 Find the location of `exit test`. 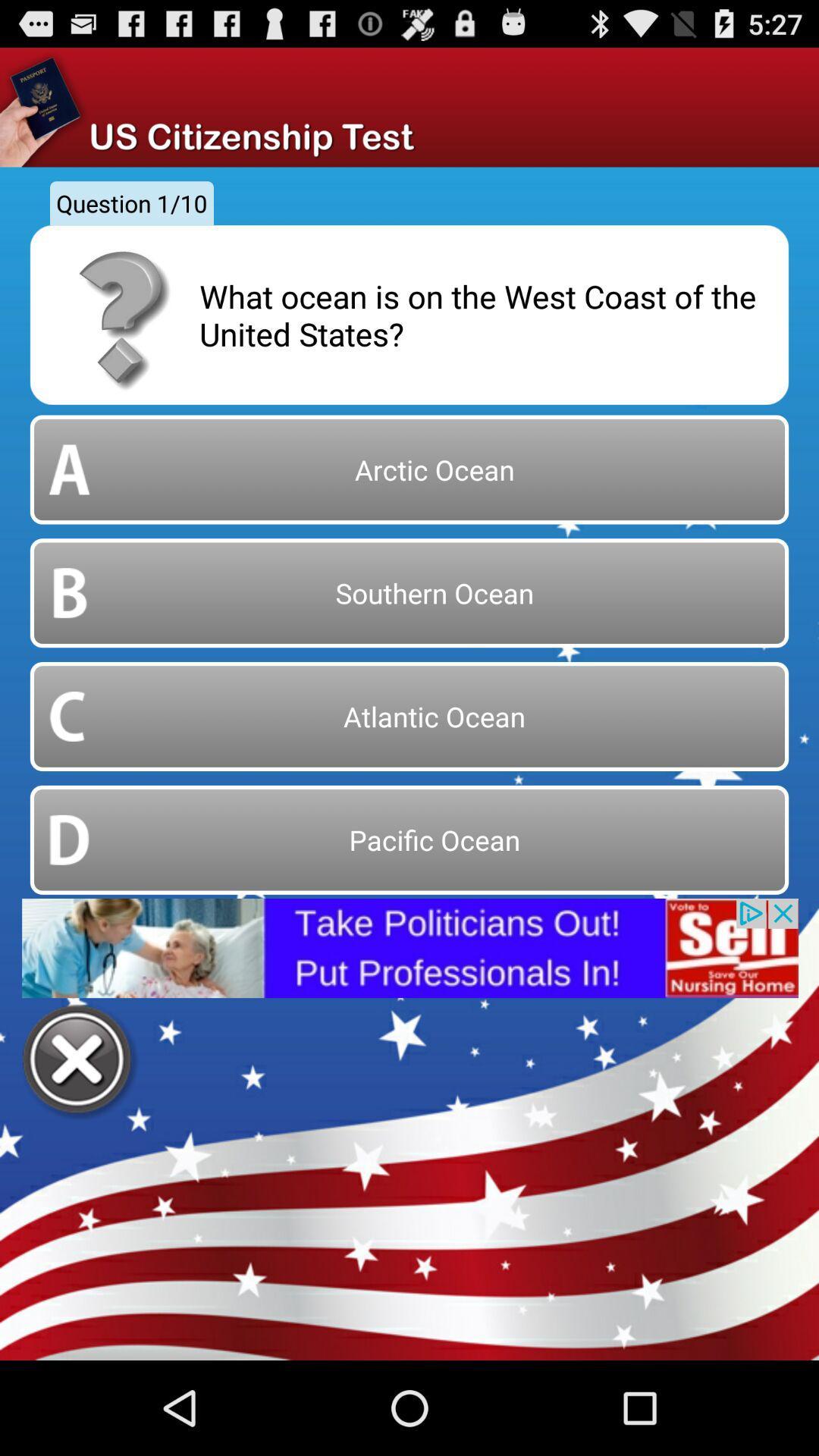

exit test is located at coordinates (79, 1061).